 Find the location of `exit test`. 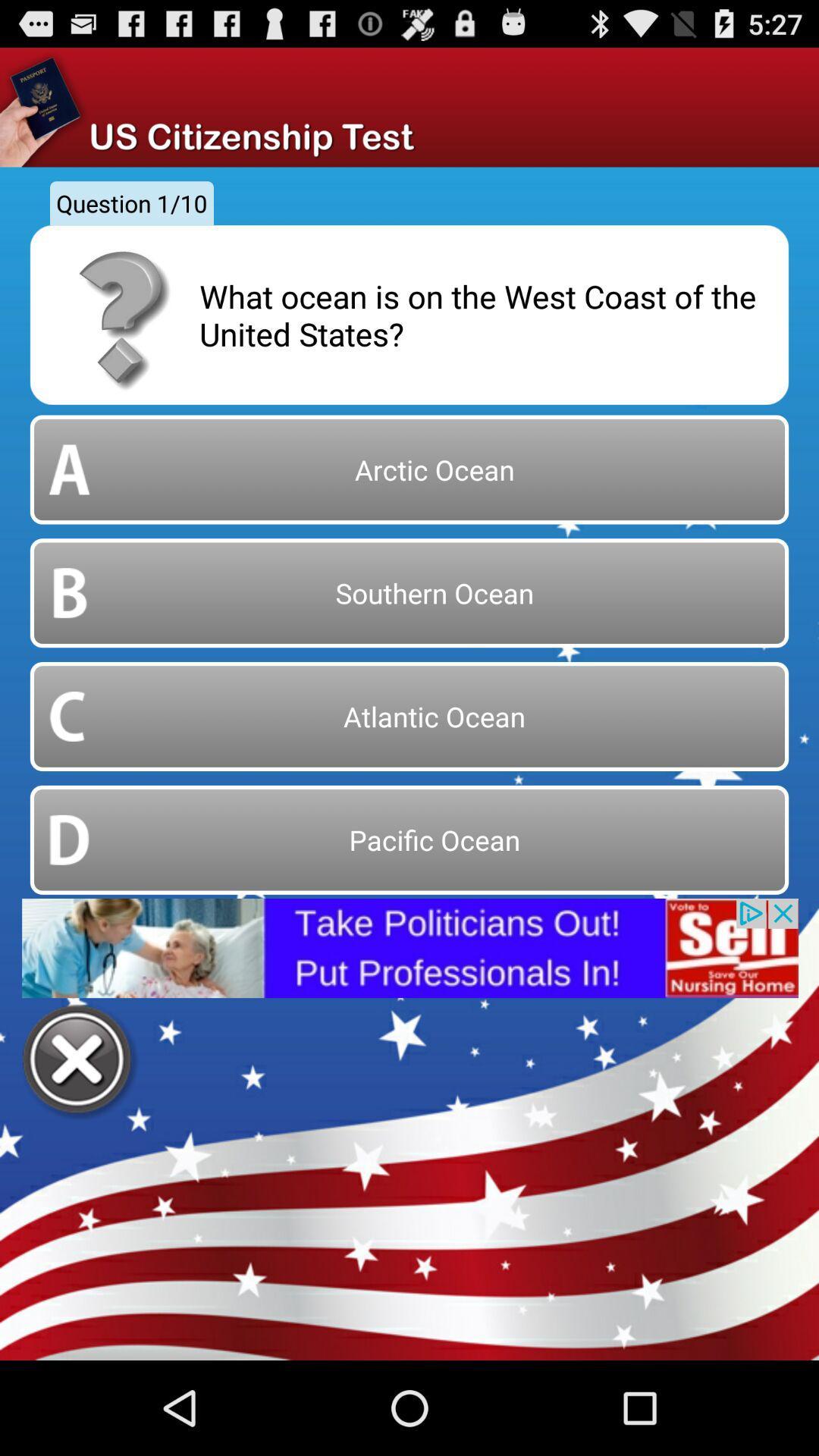

exit test is located at coordinates (79, 1061).